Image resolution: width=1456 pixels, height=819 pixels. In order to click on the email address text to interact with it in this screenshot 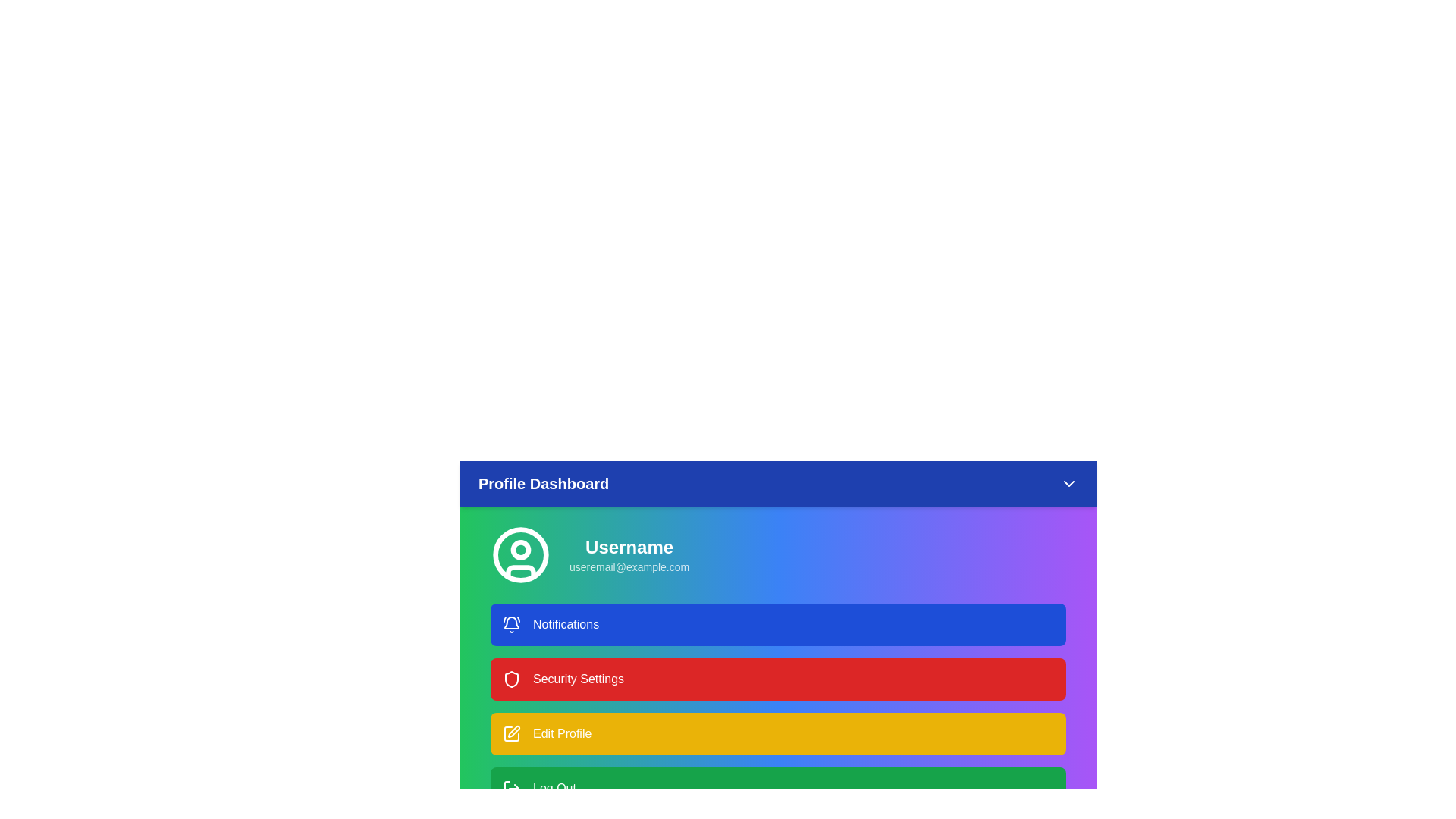, I will do `click(629, 567)`.